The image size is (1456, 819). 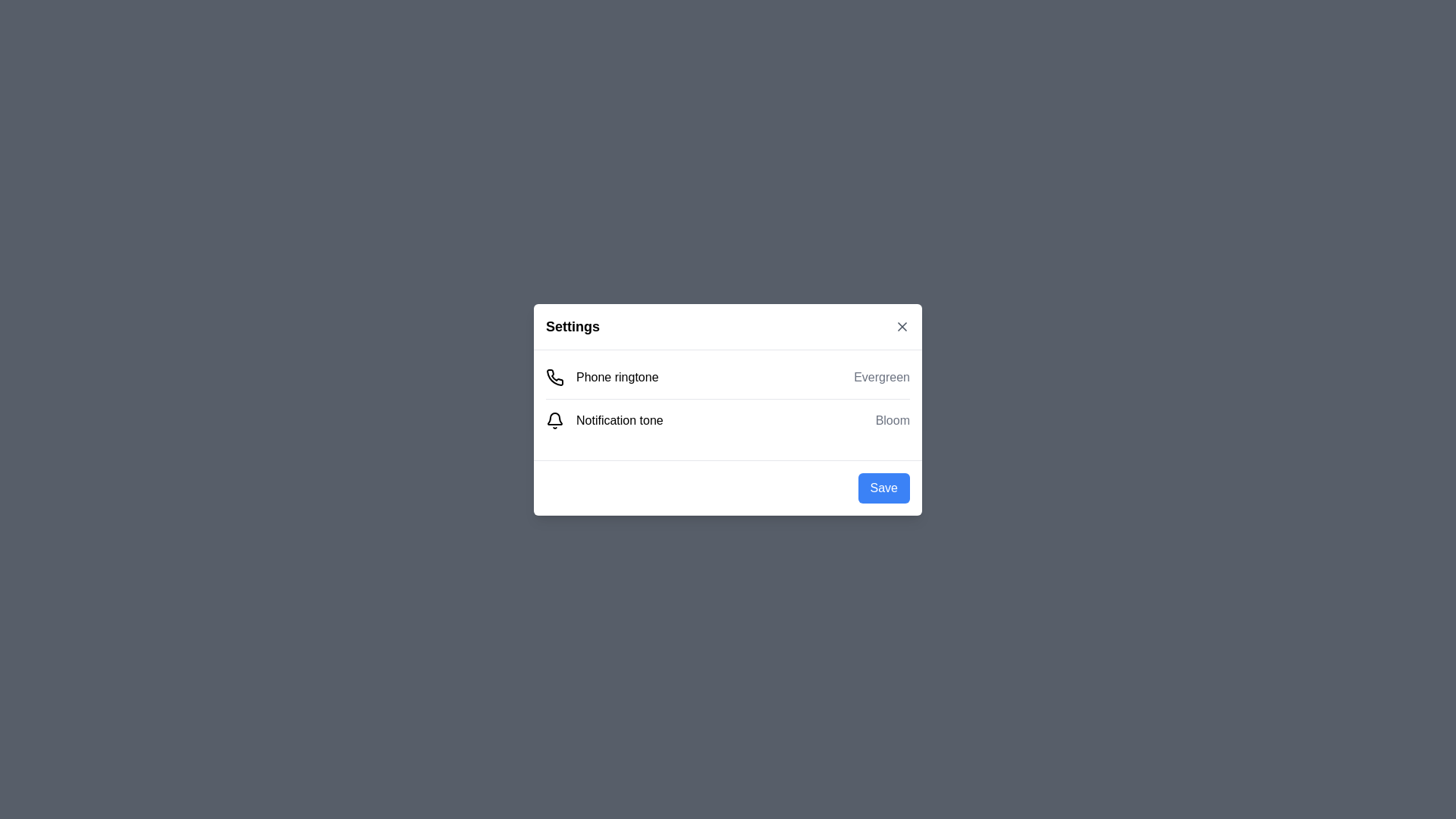 What do you see at coordinates (728, 403) in the screenshot?
I see `and drop the rows labeled 'Phone ringtone' and 'Notification tone' in the Settings section for ringtones and notification tones` at bounding box center [728, 403].